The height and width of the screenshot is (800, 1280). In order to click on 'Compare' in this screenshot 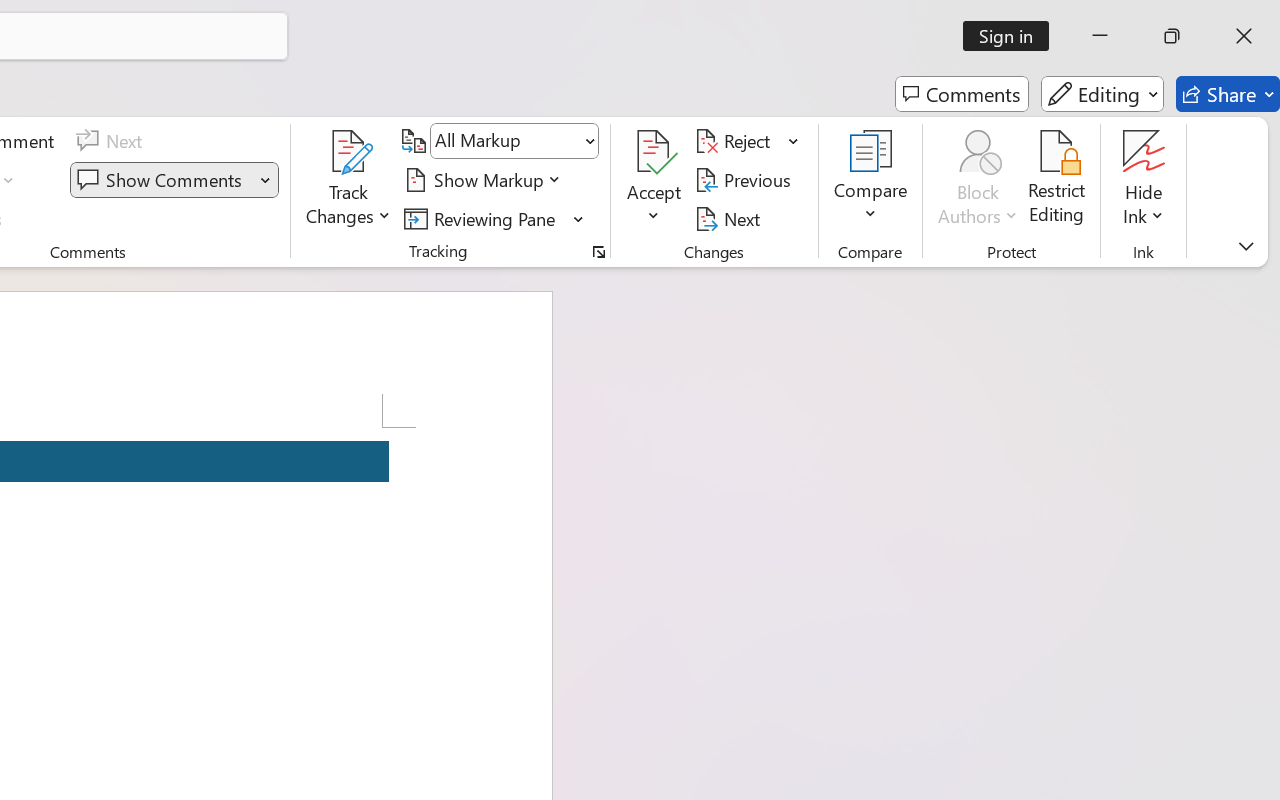, I will do `click(871, 179)`.